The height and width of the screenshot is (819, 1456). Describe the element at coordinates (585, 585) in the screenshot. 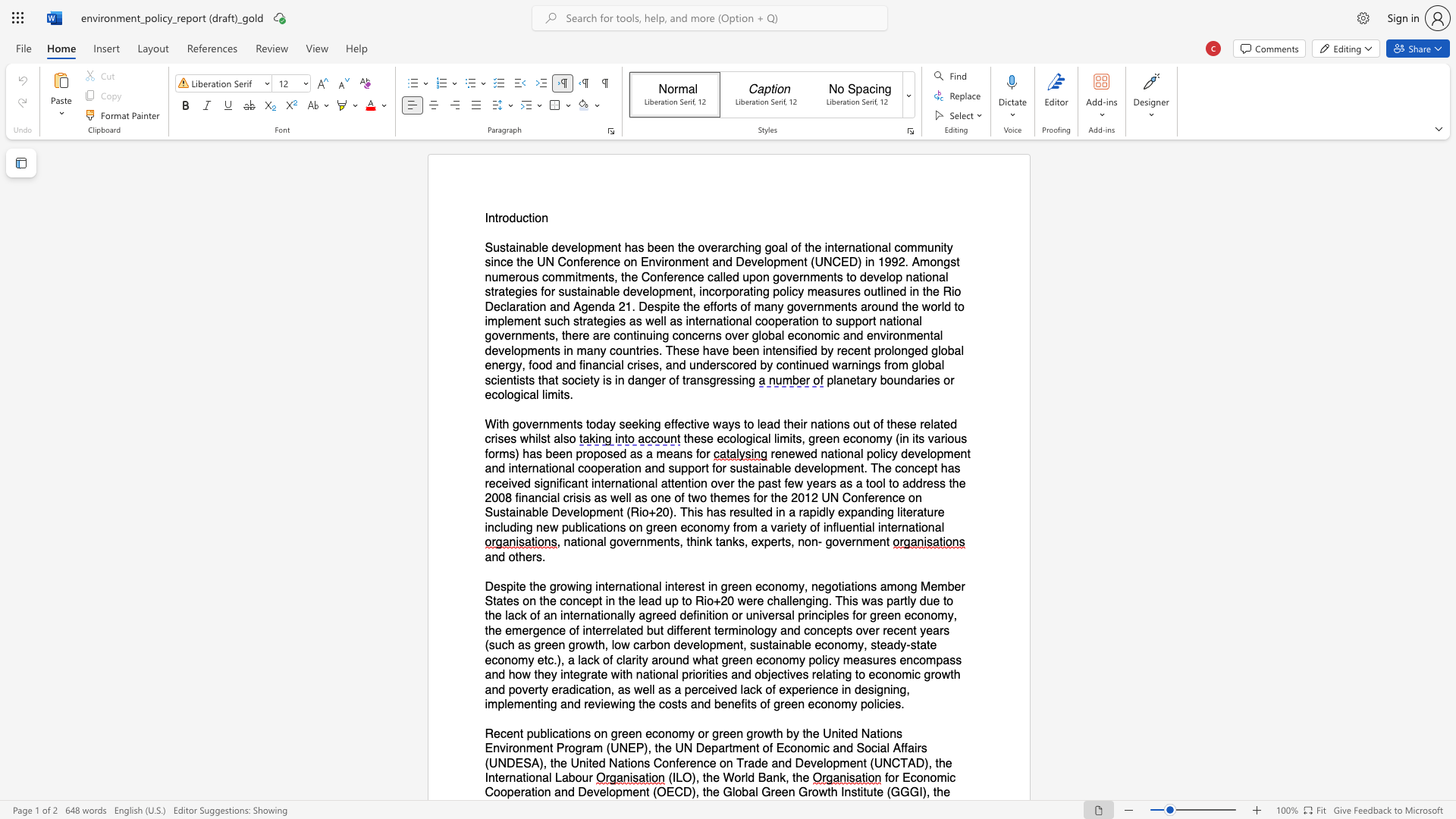

I see `the subset text "g international interest in green economy, negotiations among Member States on the concept in the lead up to Rio" within the text "Despite the growing international interest in green economy, negotiations among Member States on the concept in the lead up to Rio+20 were challenging. This was partly due to the lack of an internationally agreed definition or universal principles for green economy, the emergence of interrelated but different terminology and concepts over recent years (such as green growth, low carbon development, sustainable economy, steady‐state economy etc.), a lack of clarity around what green economy policy measures encompass and how they integrate with national priorities and objectives relating to economic growth and poverty eradication, as well as a perceived lack of experience in designing, implementing and reviewing the costs and benefits of green economy policies."` at that location.